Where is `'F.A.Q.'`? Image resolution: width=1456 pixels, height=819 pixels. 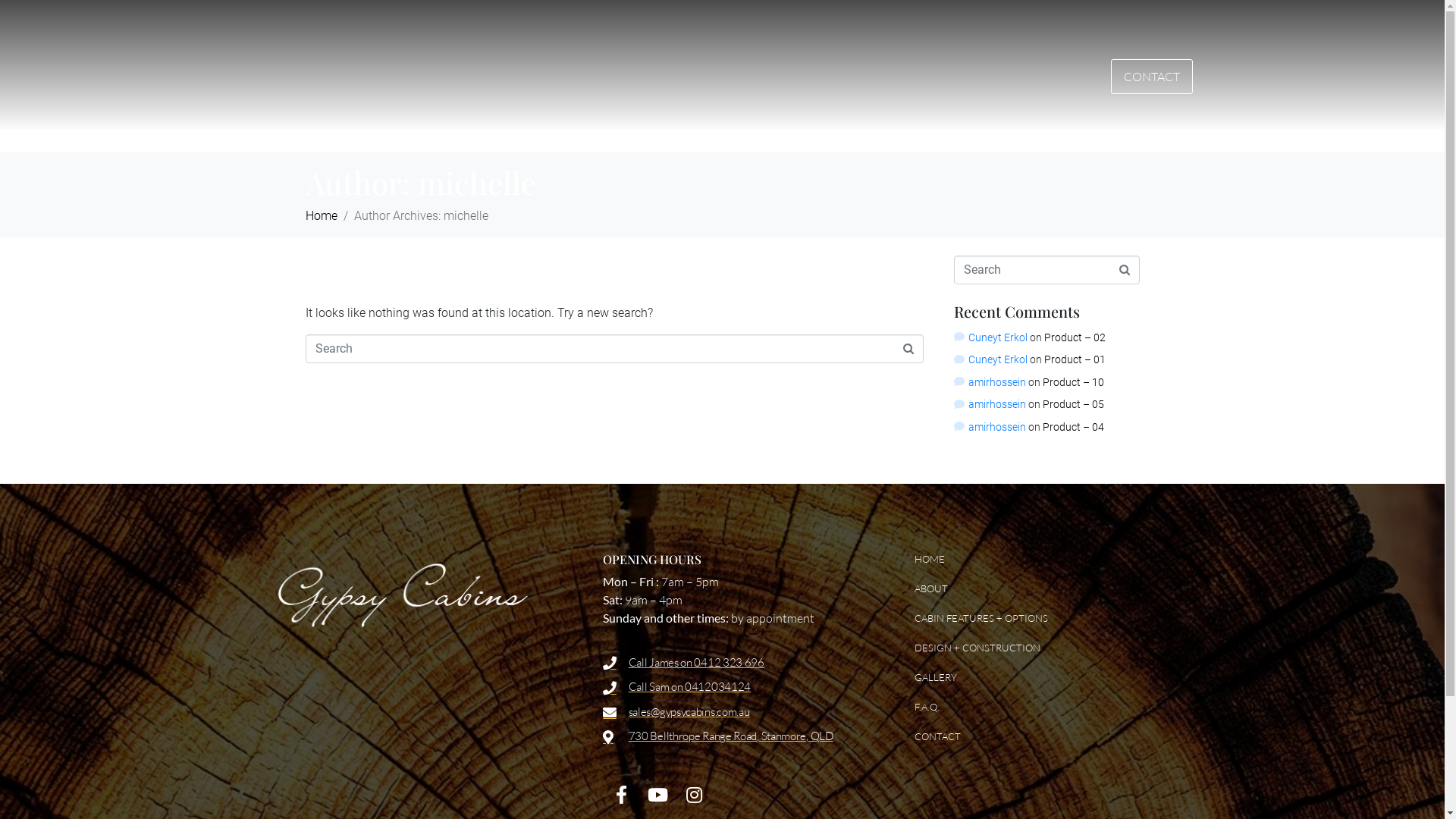
'F.A.Q.' is located at coordinates (913, 707).